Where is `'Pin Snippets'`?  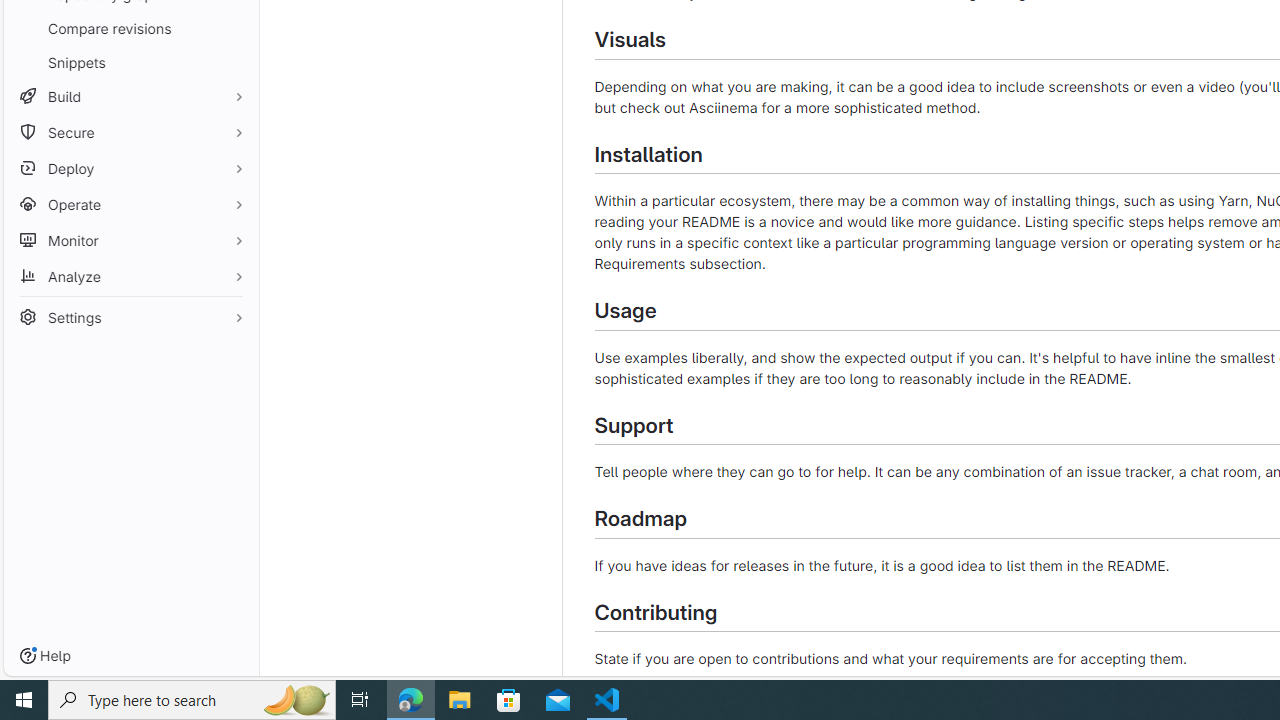 'Pin Snippets' is located at coordinates (234, 61).